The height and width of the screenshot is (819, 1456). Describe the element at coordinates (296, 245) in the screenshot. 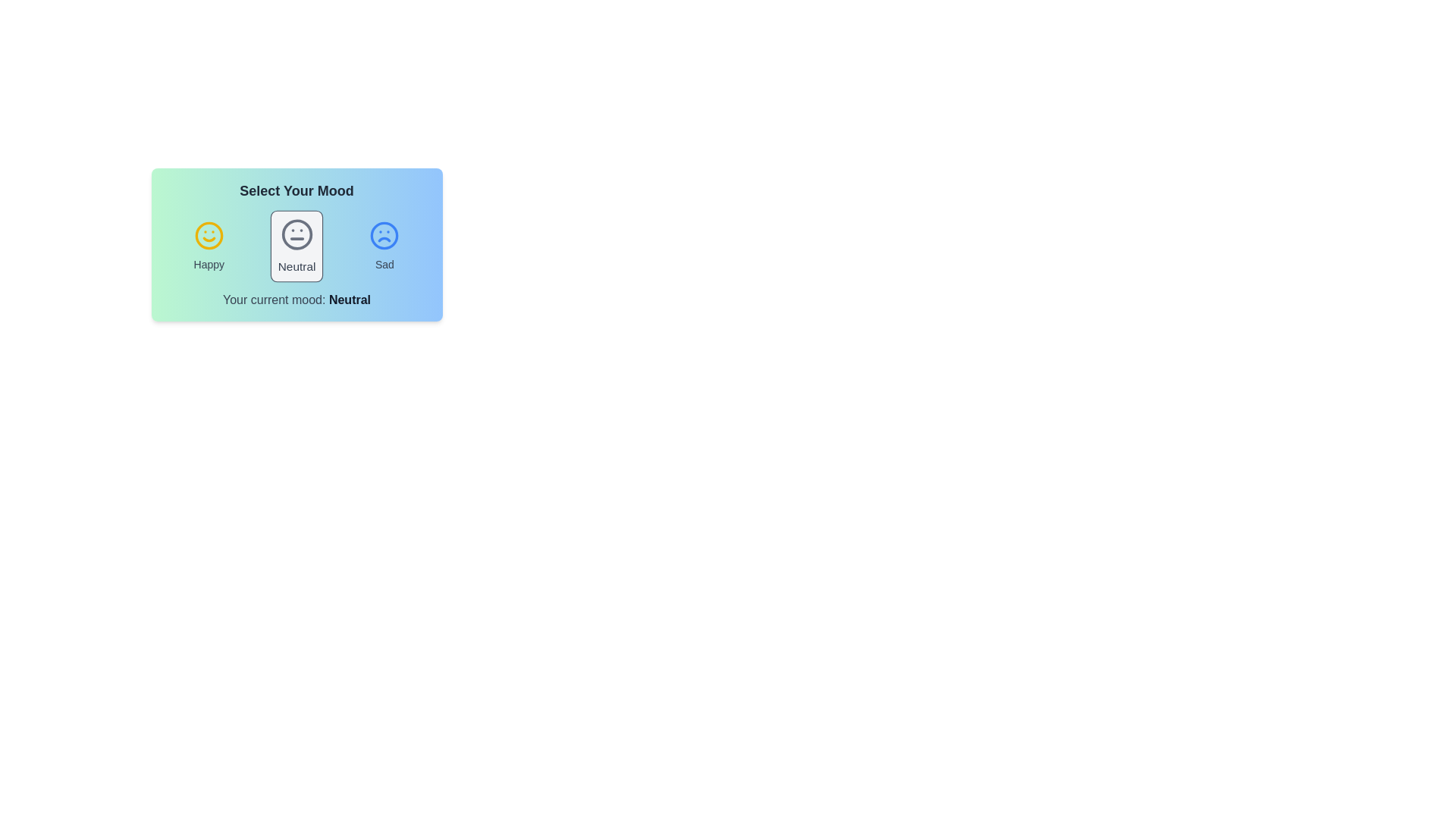

I see `the mood neutral by clicking on the respective icon` at that location.